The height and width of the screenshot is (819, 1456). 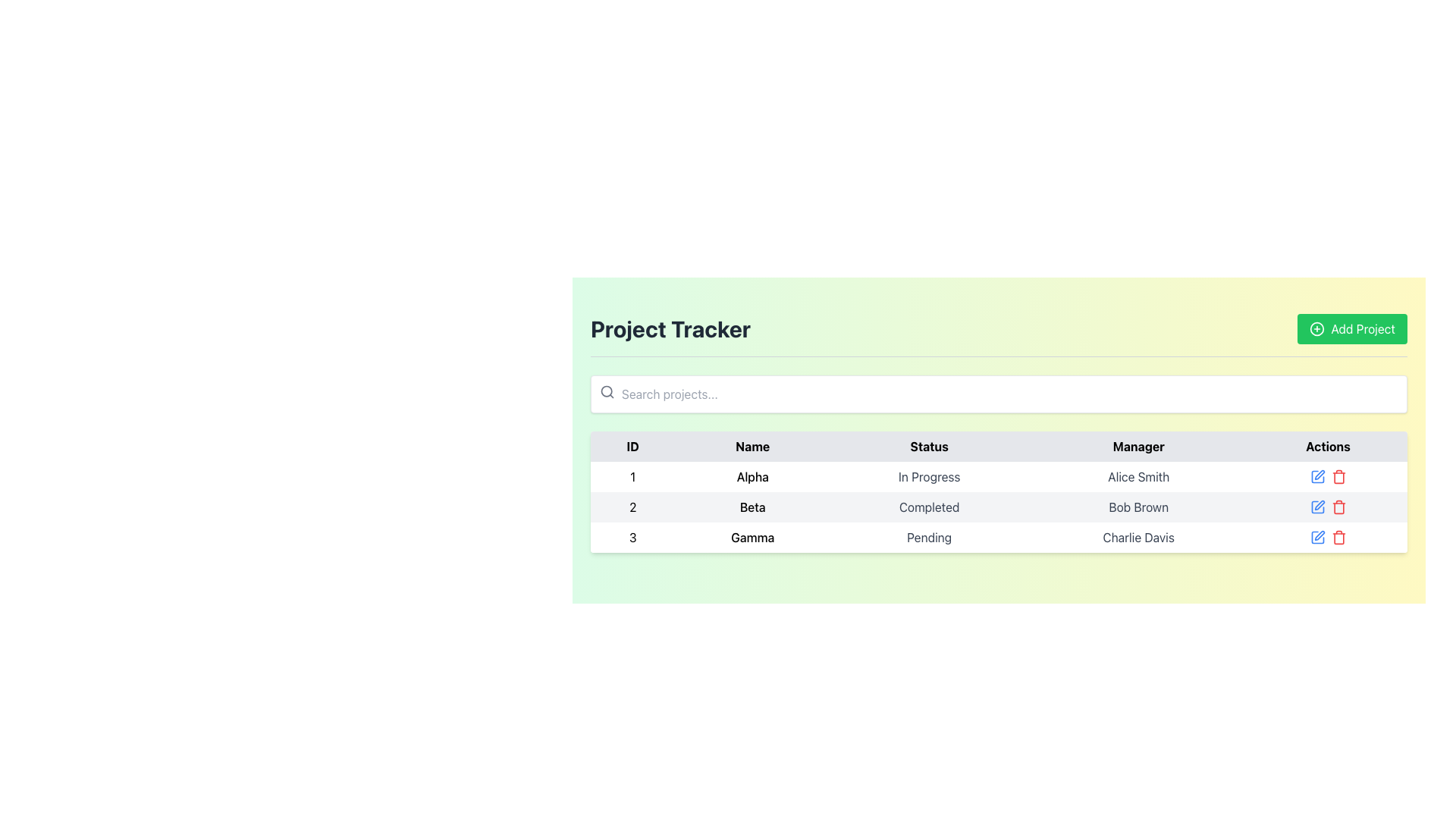 I want to click on the add icon, which is a small green circle with a plus sign, located next to the 'Add Project' button in the project tracker interface, so click(x=1316, y=328).